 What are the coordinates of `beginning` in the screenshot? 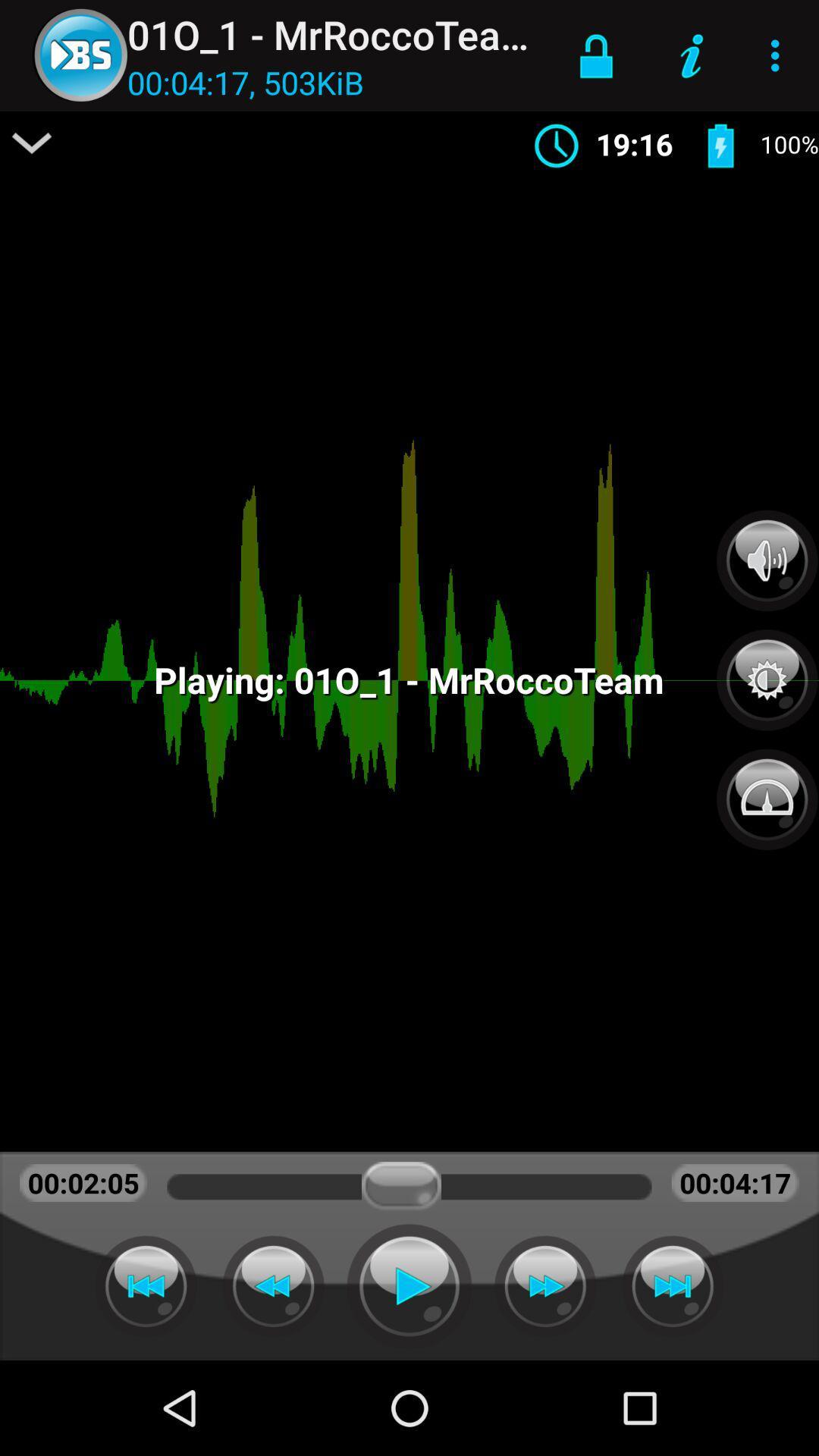 It's located at (146, 1285).